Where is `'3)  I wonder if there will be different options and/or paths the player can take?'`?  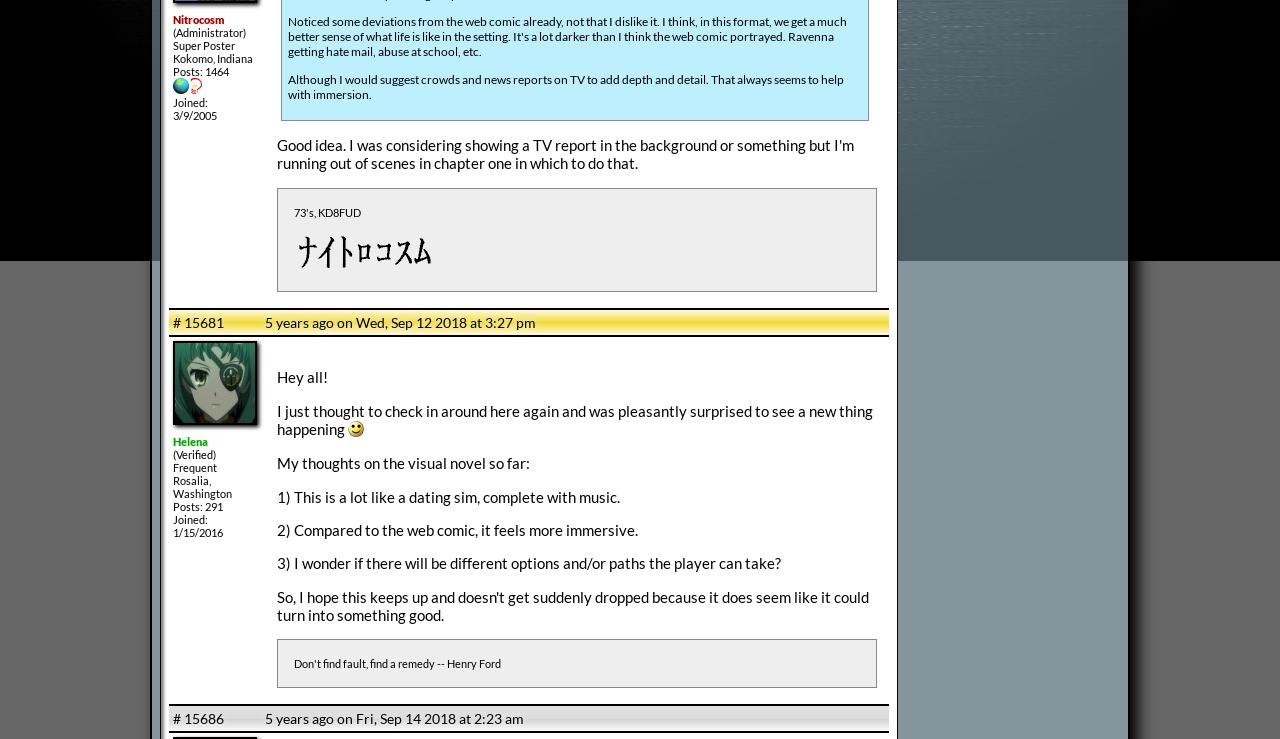 '3)  I wonder if there will be different options and/or paths the player can take?' is located at coordinates (529, 561).